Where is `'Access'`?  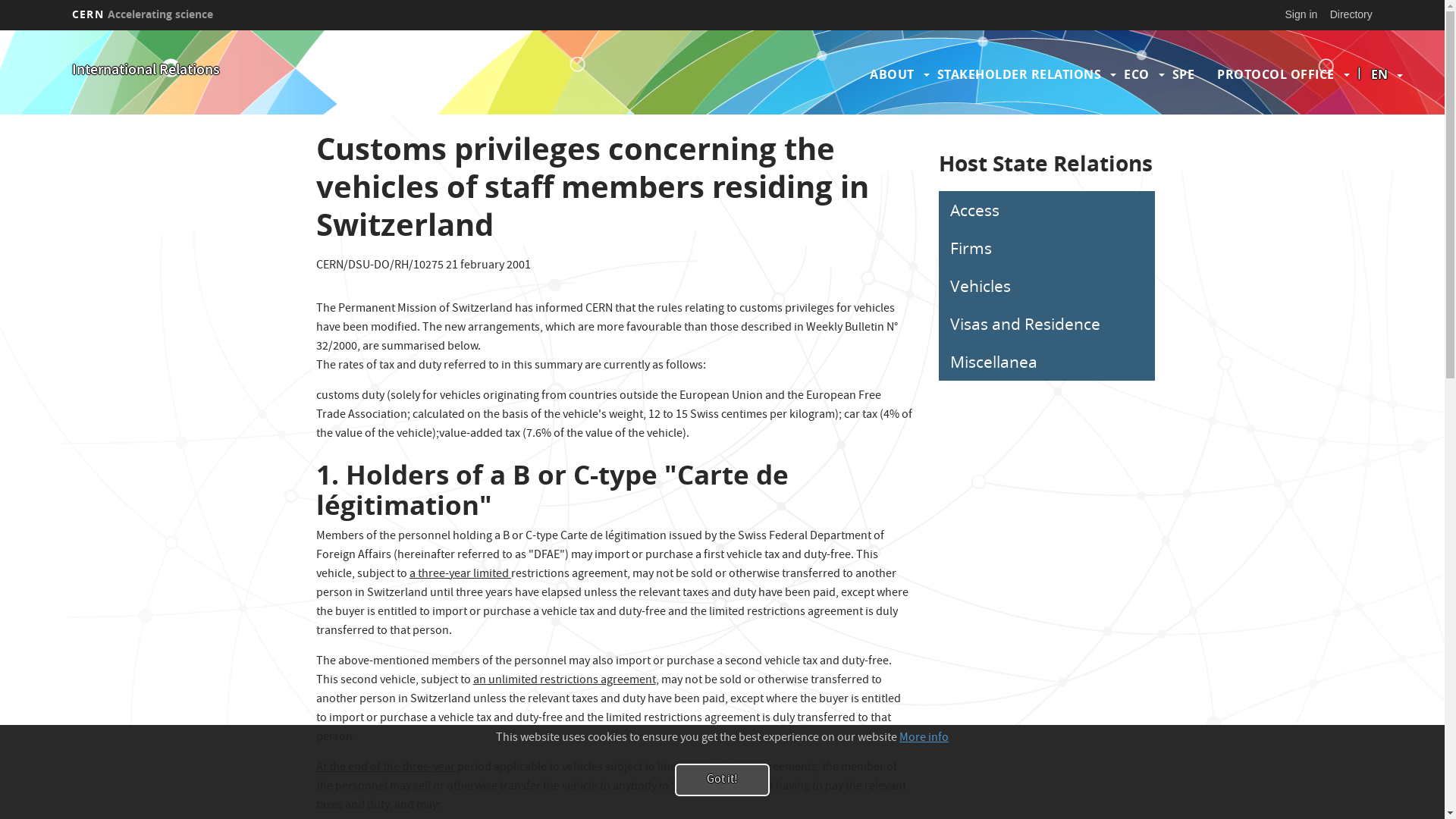 'Access' is located at coordinates (1046, 210).